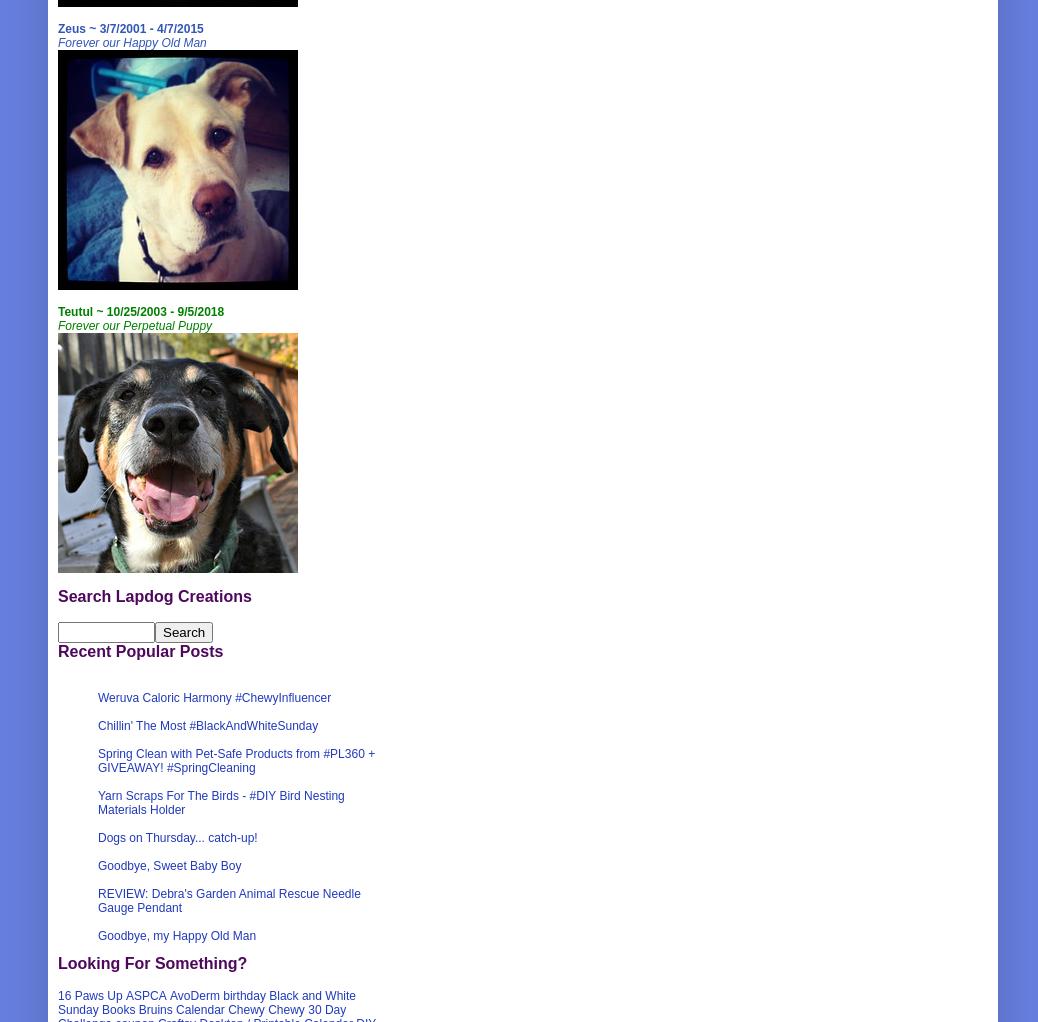 The width and height of the screenshot is (1038, 1022). Describe the element at coordinates (235, 759) in the screenshot. I see `'Spring Clean with Pet-Safe Products from #PL360 + GIVEAWAY! #SpringCleaning'` at that location.